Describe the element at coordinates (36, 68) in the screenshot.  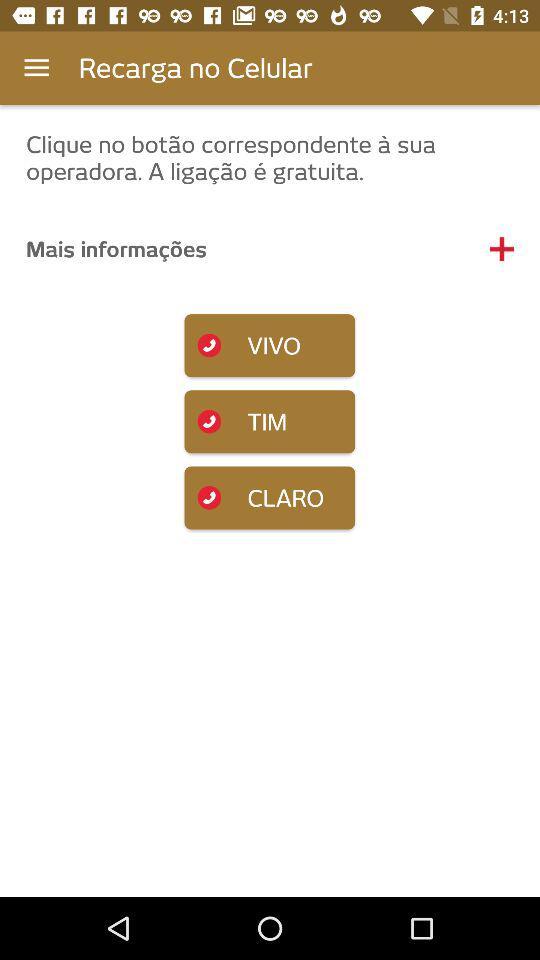
I see `the icon next to the recarga no celular item` at that location.